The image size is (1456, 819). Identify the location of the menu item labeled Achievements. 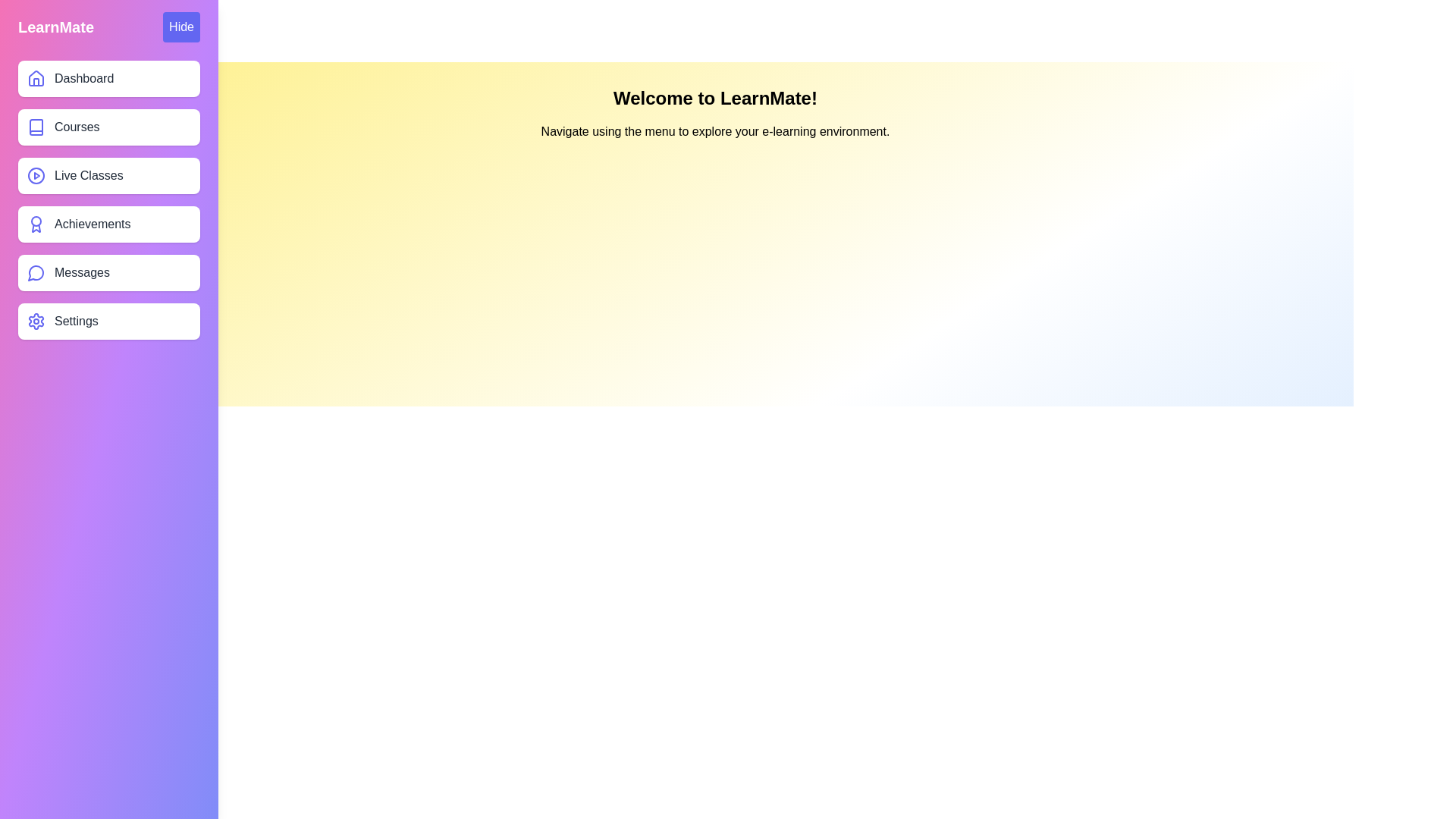
(108, 224).